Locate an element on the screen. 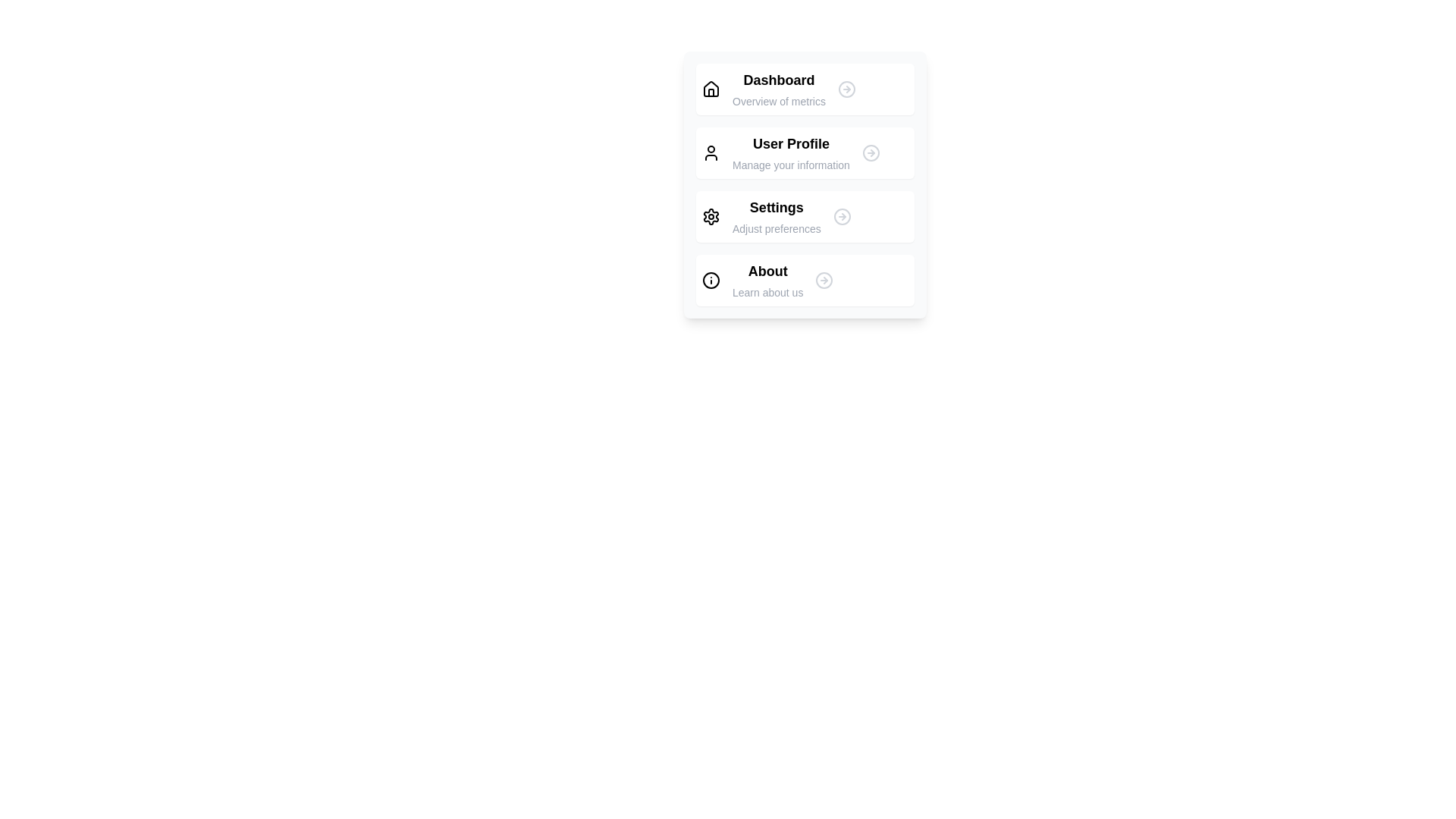 The image size is (1456, 819). the gear-like icon with a black outline in the settings menu is located at coordinates (710, 216).